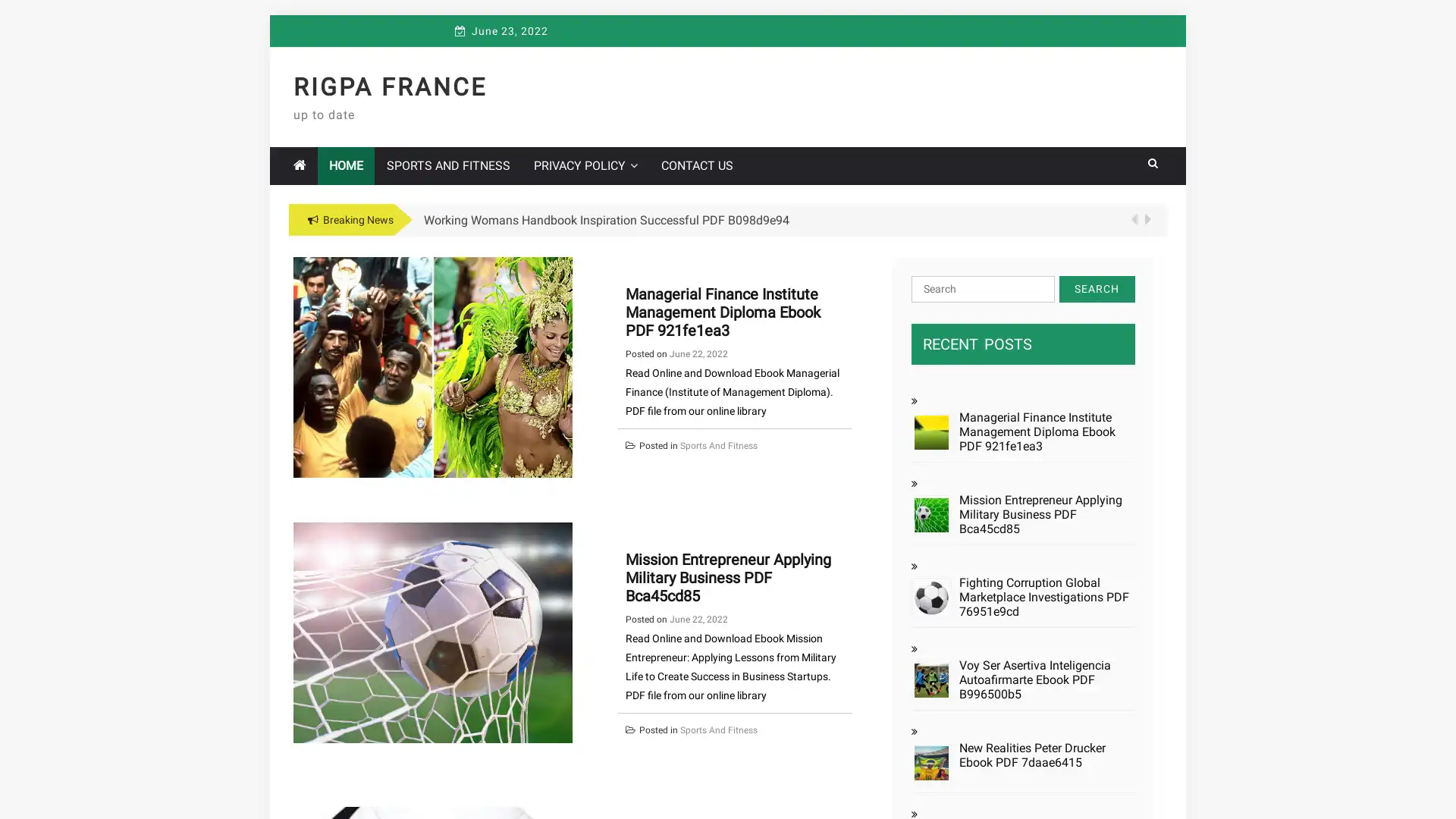 The image size is (1456, 819). I want to click on Search, so click(1096, 288).